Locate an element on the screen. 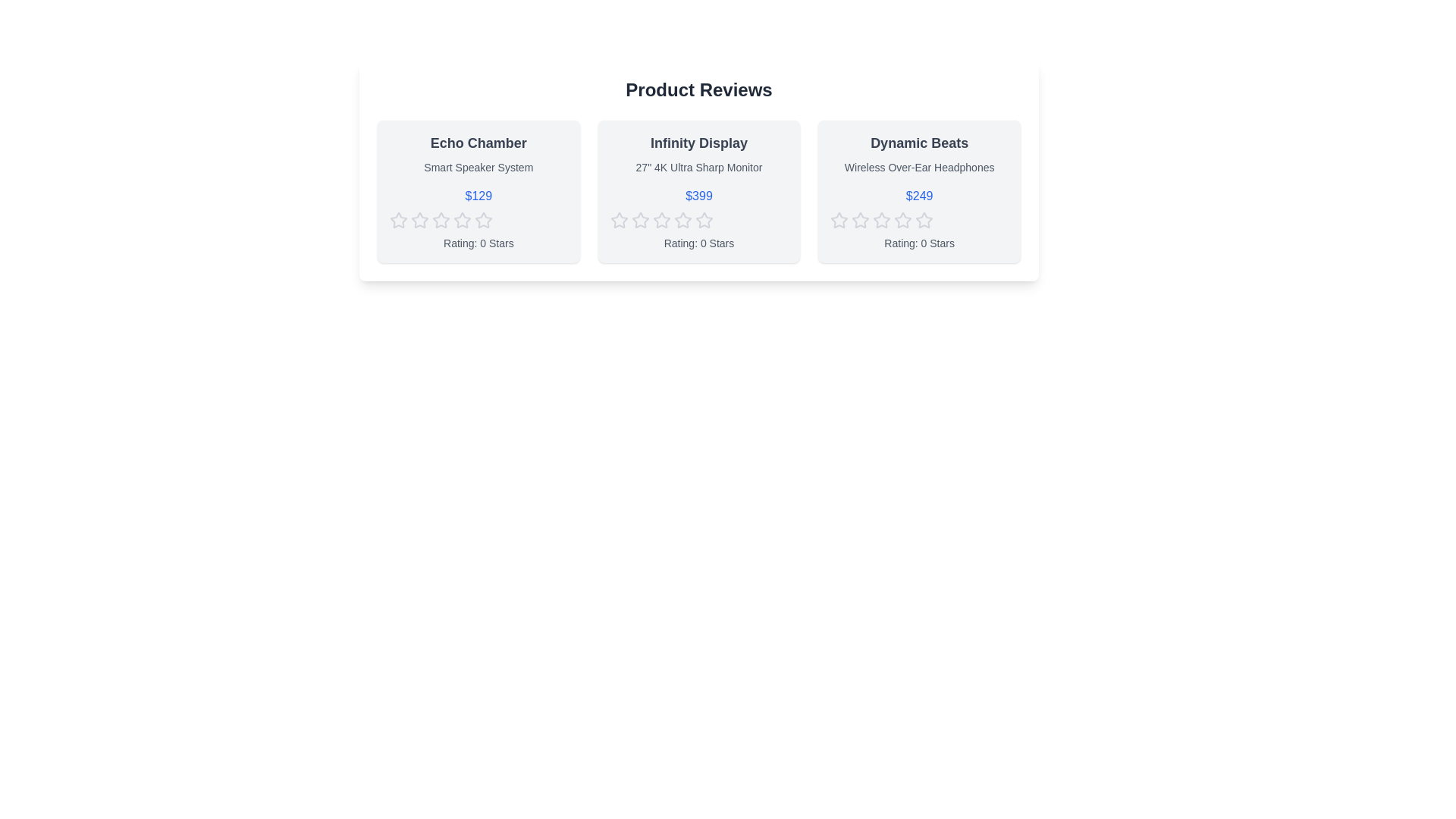  the text label displaying the product name in the upper section of the third product card is located at coordinates (918, 143).